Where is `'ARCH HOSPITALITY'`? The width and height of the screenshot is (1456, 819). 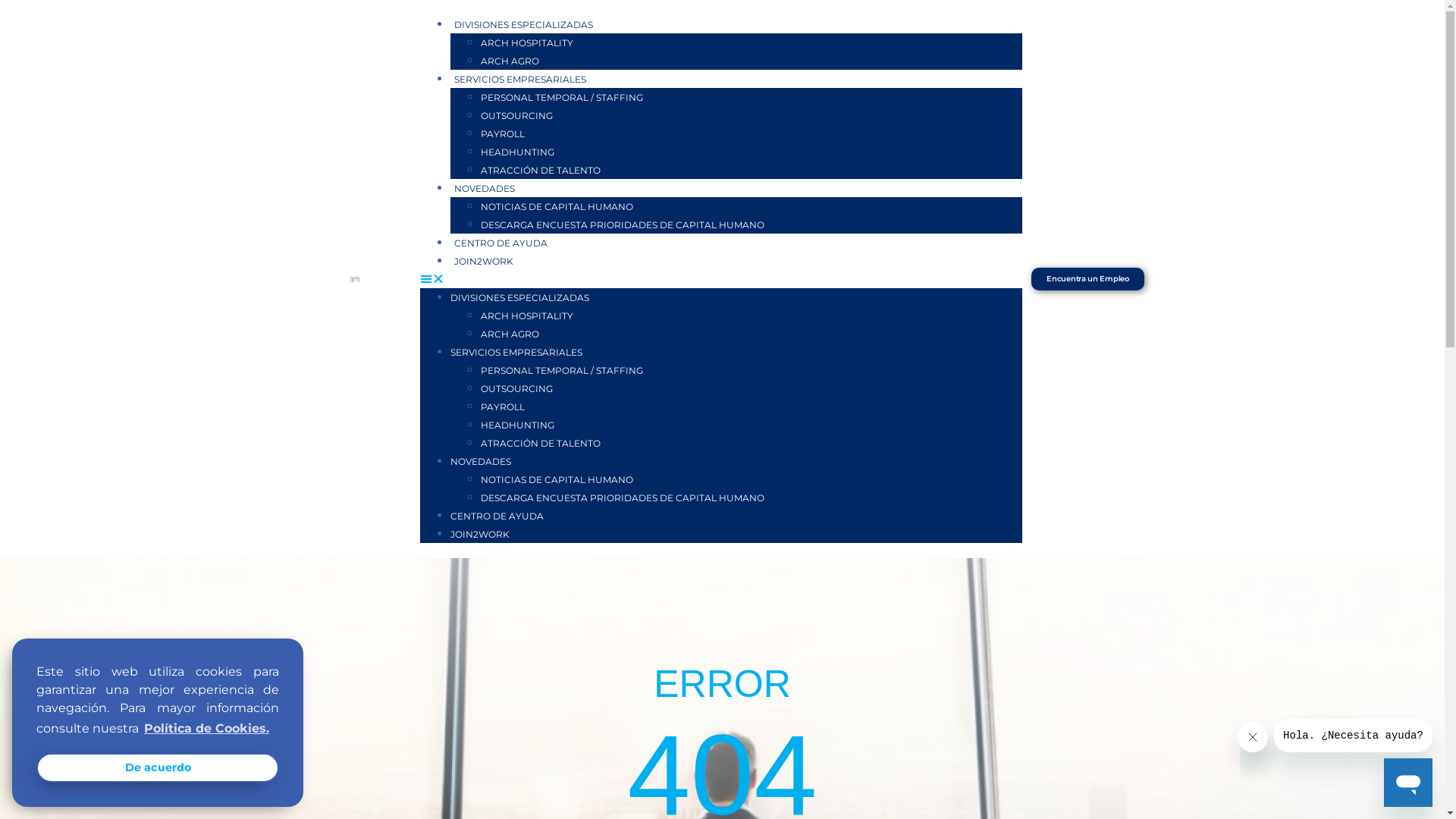
'ARCH HOSPITALITY' is located at coordinates (527, 315).